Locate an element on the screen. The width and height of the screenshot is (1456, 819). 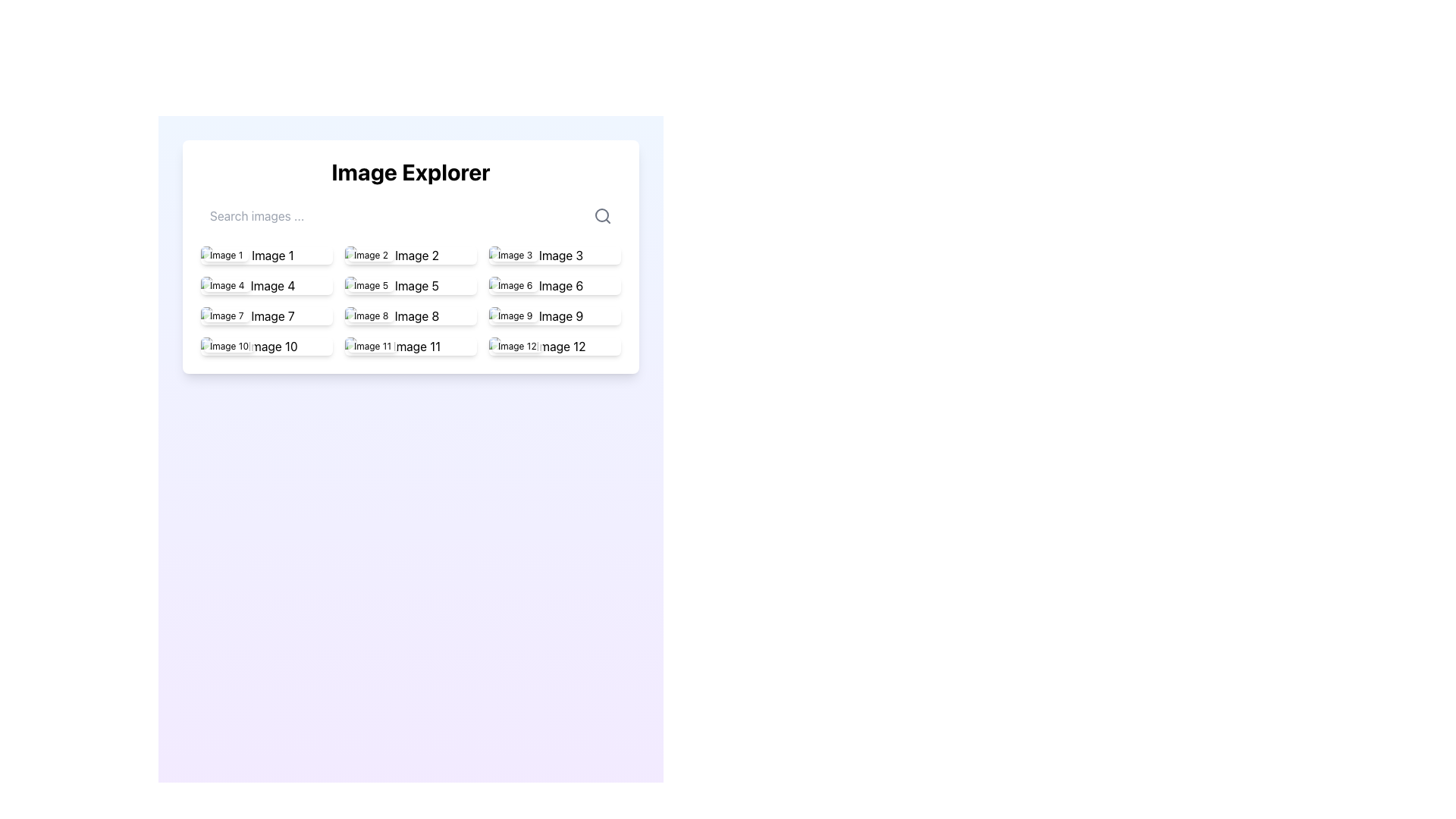
to select the image thumbnail labeled 'Image 1', which is a rectangular image with rounded corners located in the first column and first row of a grid layout is located at coordinates (266, 254).